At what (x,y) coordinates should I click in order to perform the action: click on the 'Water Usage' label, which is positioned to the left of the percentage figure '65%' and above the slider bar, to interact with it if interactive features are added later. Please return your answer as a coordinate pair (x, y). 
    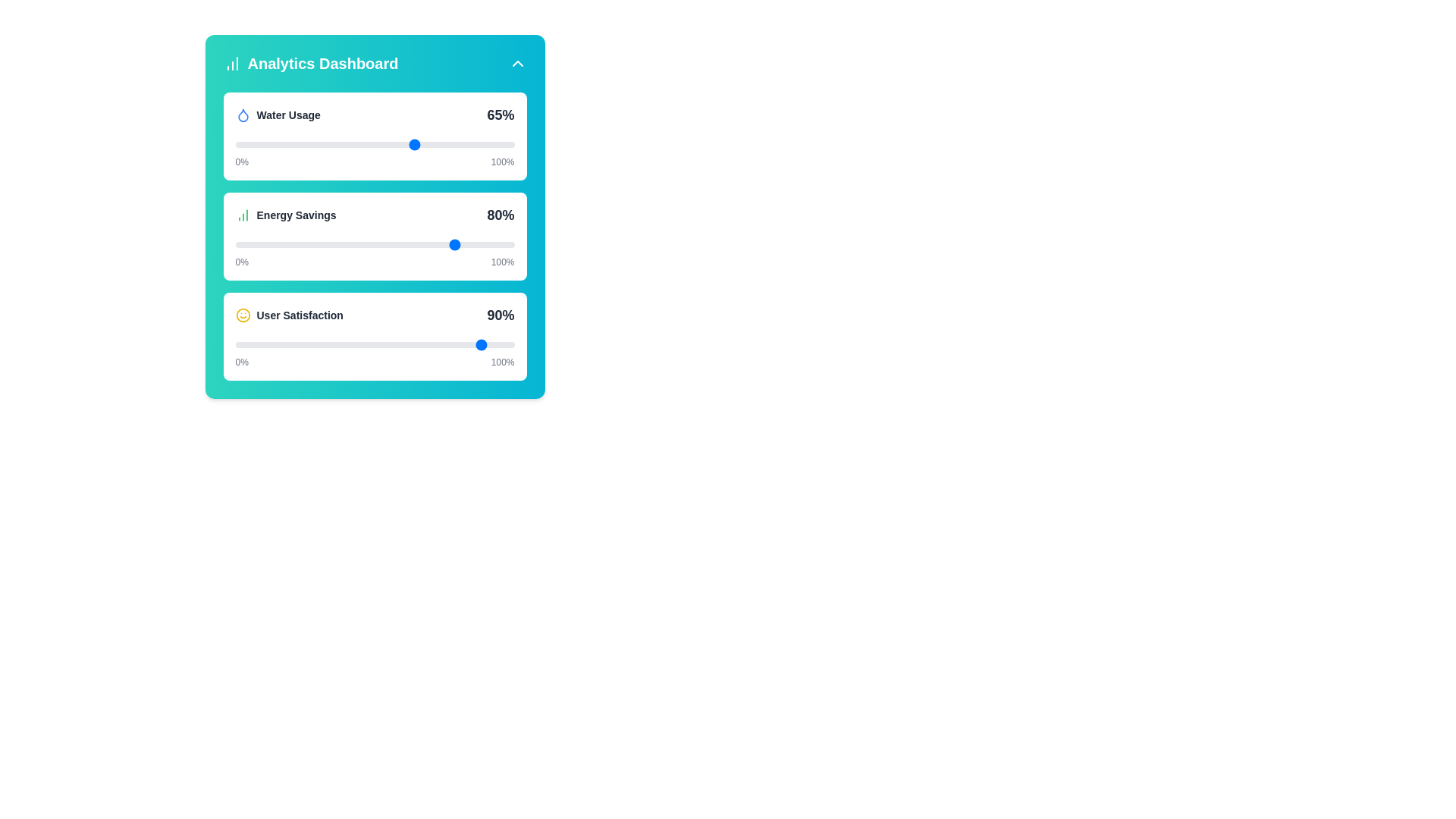
    Looking at the image, I should click on (278, 114).